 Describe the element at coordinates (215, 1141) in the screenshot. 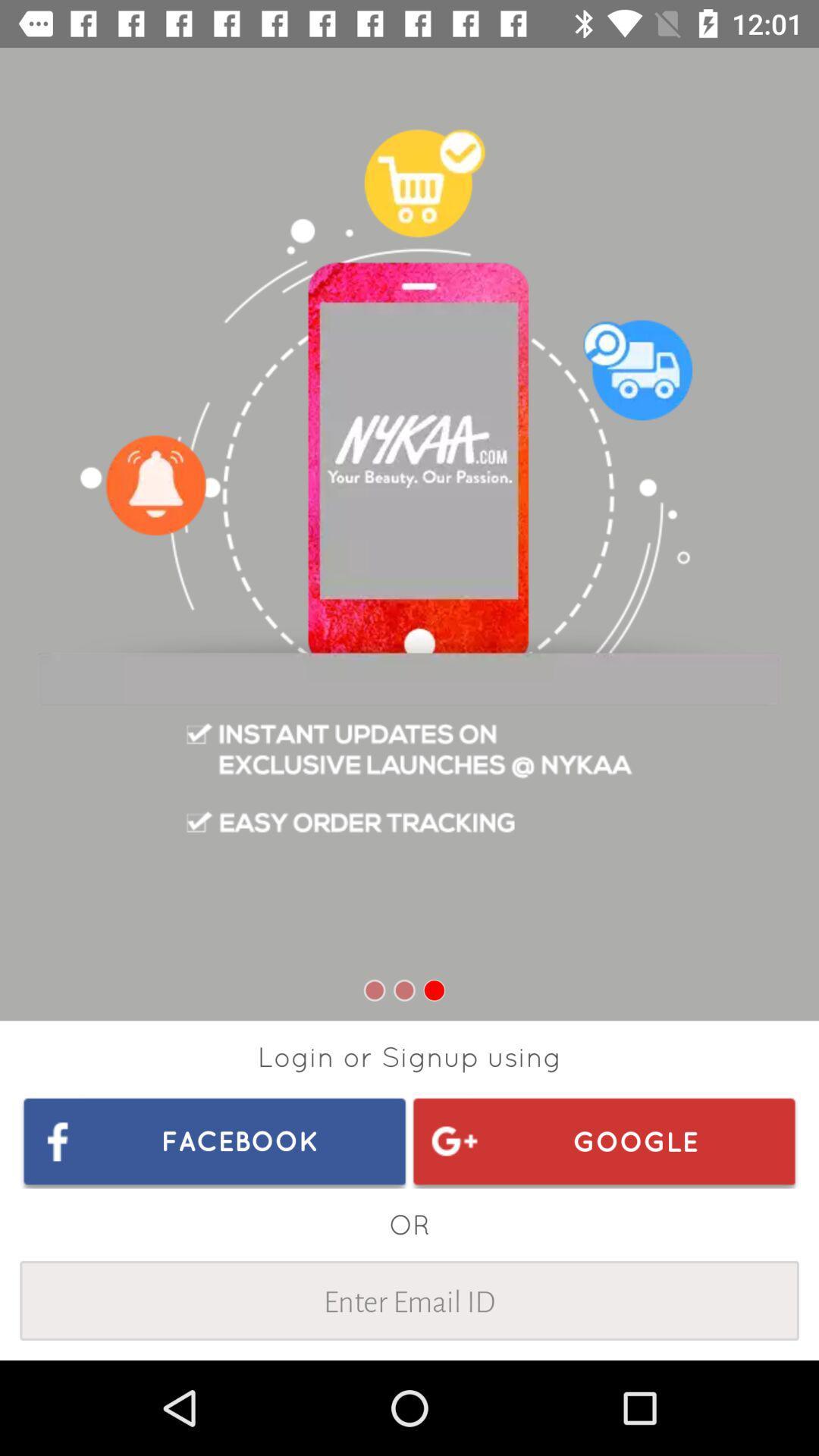

I see `facebook item` at that location.